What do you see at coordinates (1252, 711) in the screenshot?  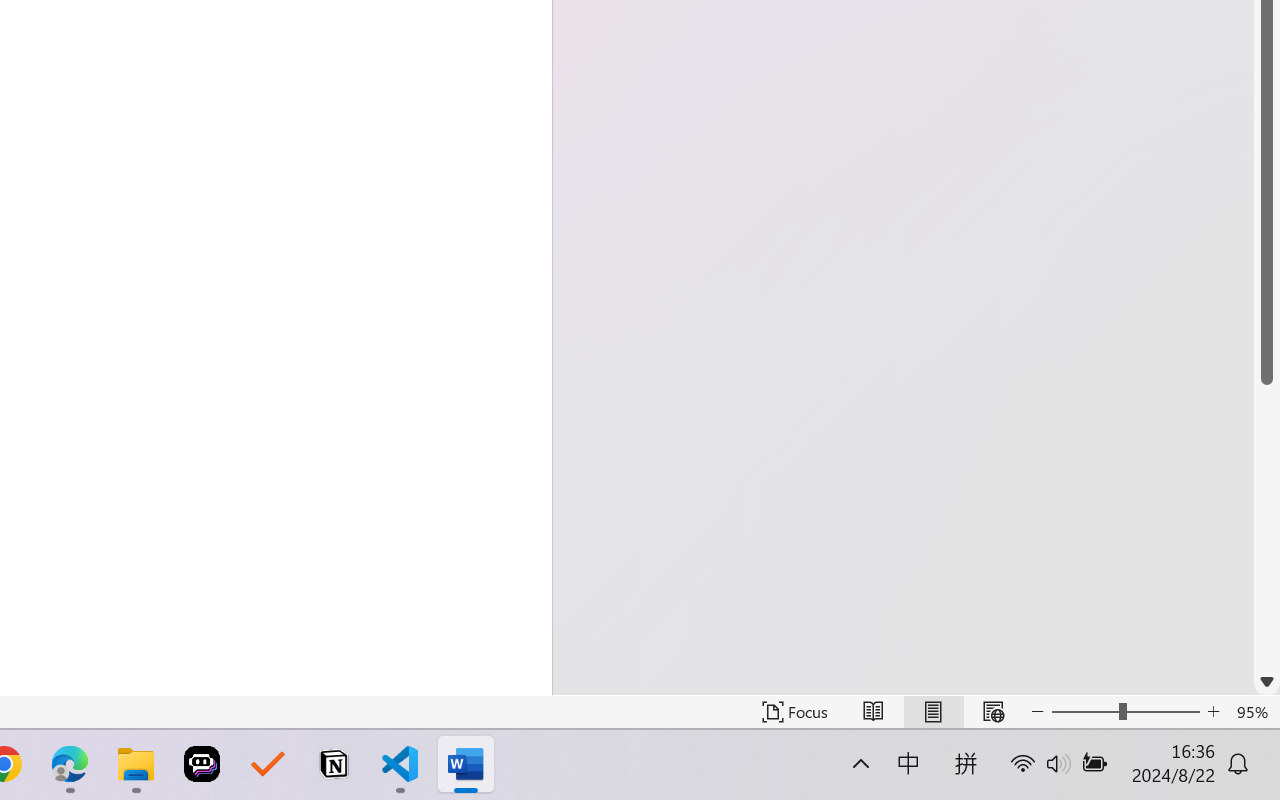 I see `'Zoom 95%'` at bounding box center [1252, 711].